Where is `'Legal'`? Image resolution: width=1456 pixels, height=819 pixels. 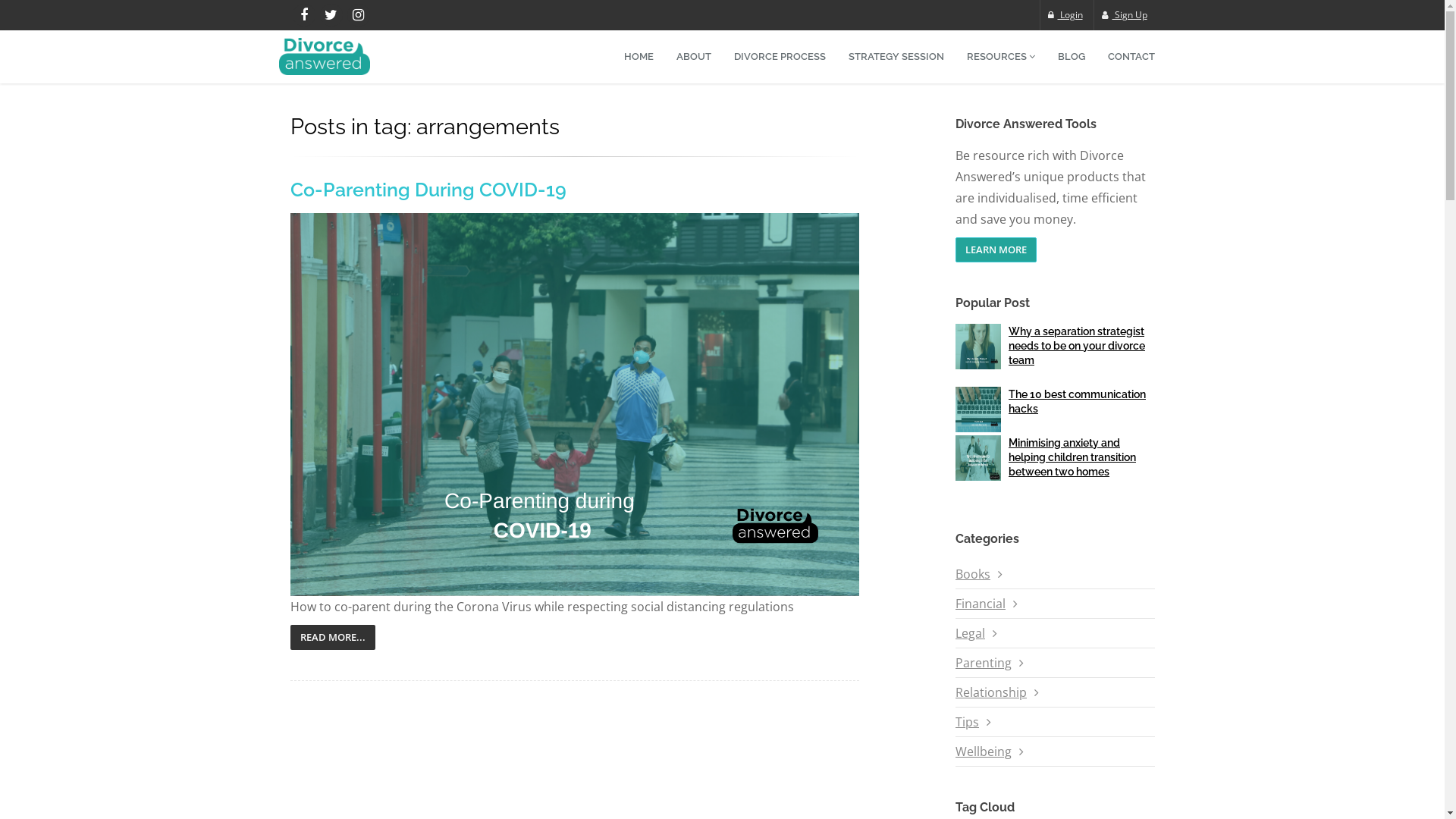
'Legal' is located at coordinates (954, 632).